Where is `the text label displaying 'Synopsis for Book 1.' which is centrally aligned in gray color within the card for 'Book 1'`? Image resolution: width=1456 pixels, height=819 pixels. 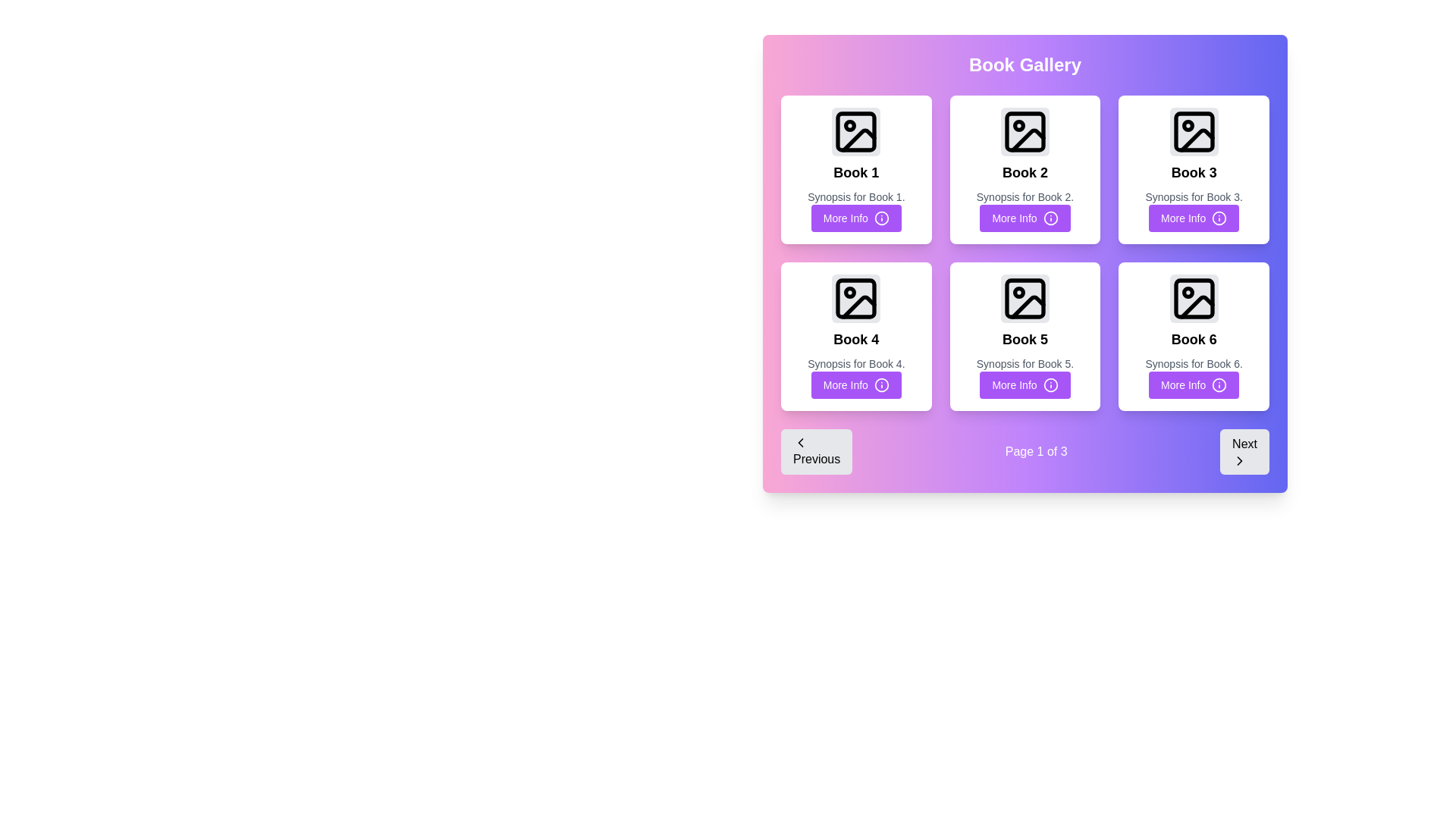
the text label displaying 'Synopsis for Book 1.' which is centrally aligned in gray color within the card for 'Book 1' is located at coordinates (856, 196).